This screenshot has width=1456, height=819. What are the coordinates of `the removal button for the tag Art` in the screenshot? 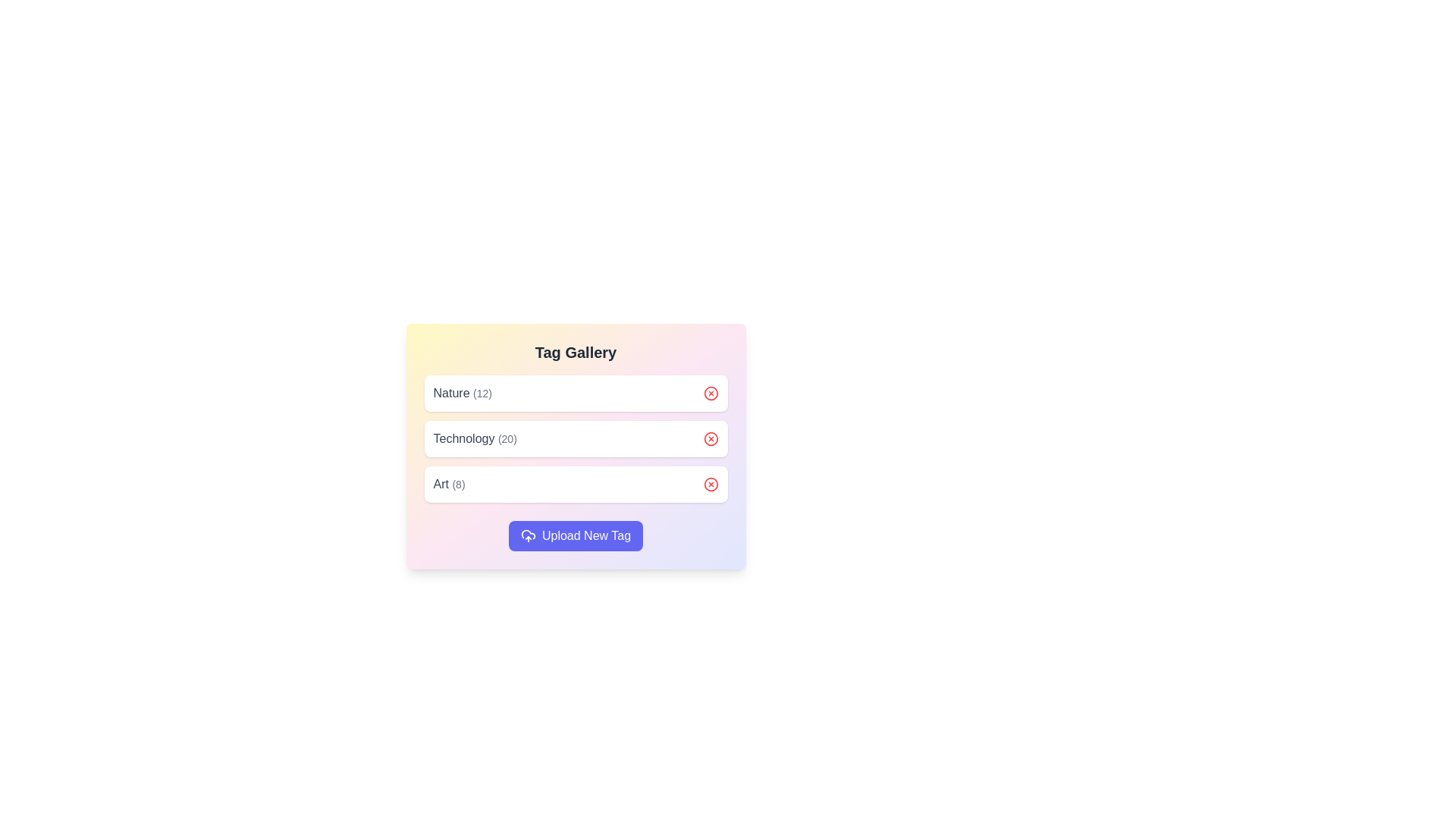 It's located at (710, 485).